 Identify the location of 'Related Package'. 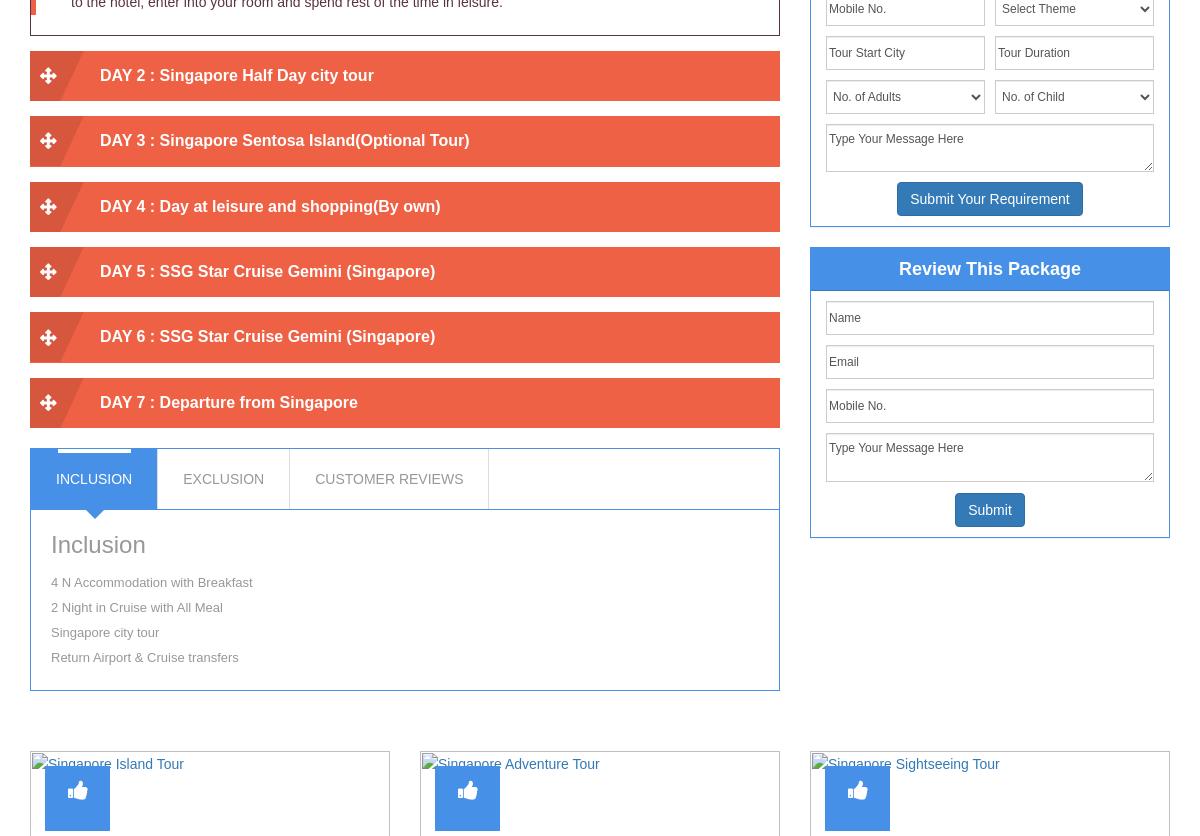
(598, 725).